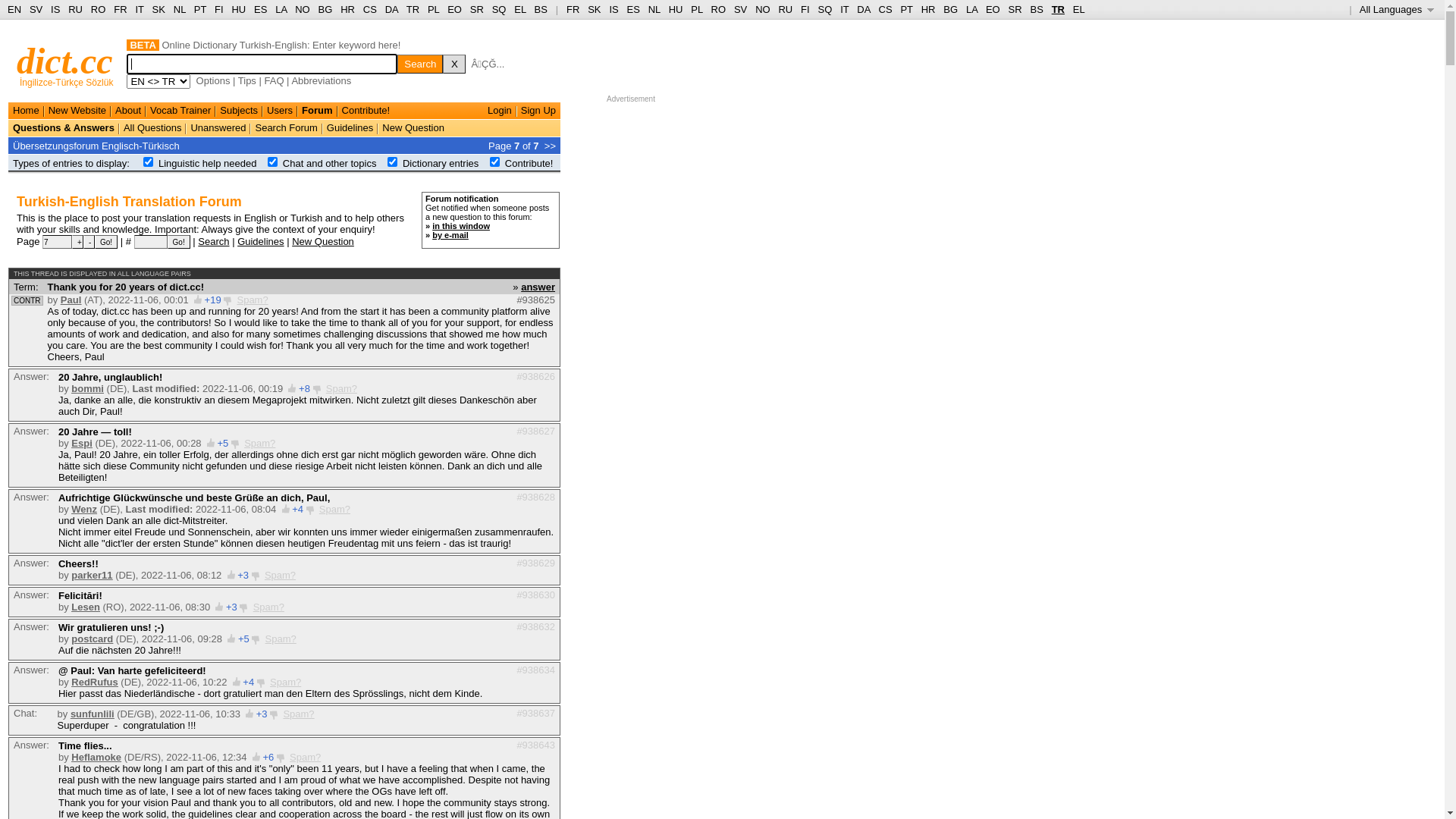 The width and height of the screenshot is (1456, 819). Describe the element at coordinates (14, 300) in the screenshot. I see `'CONTR'` at that location.